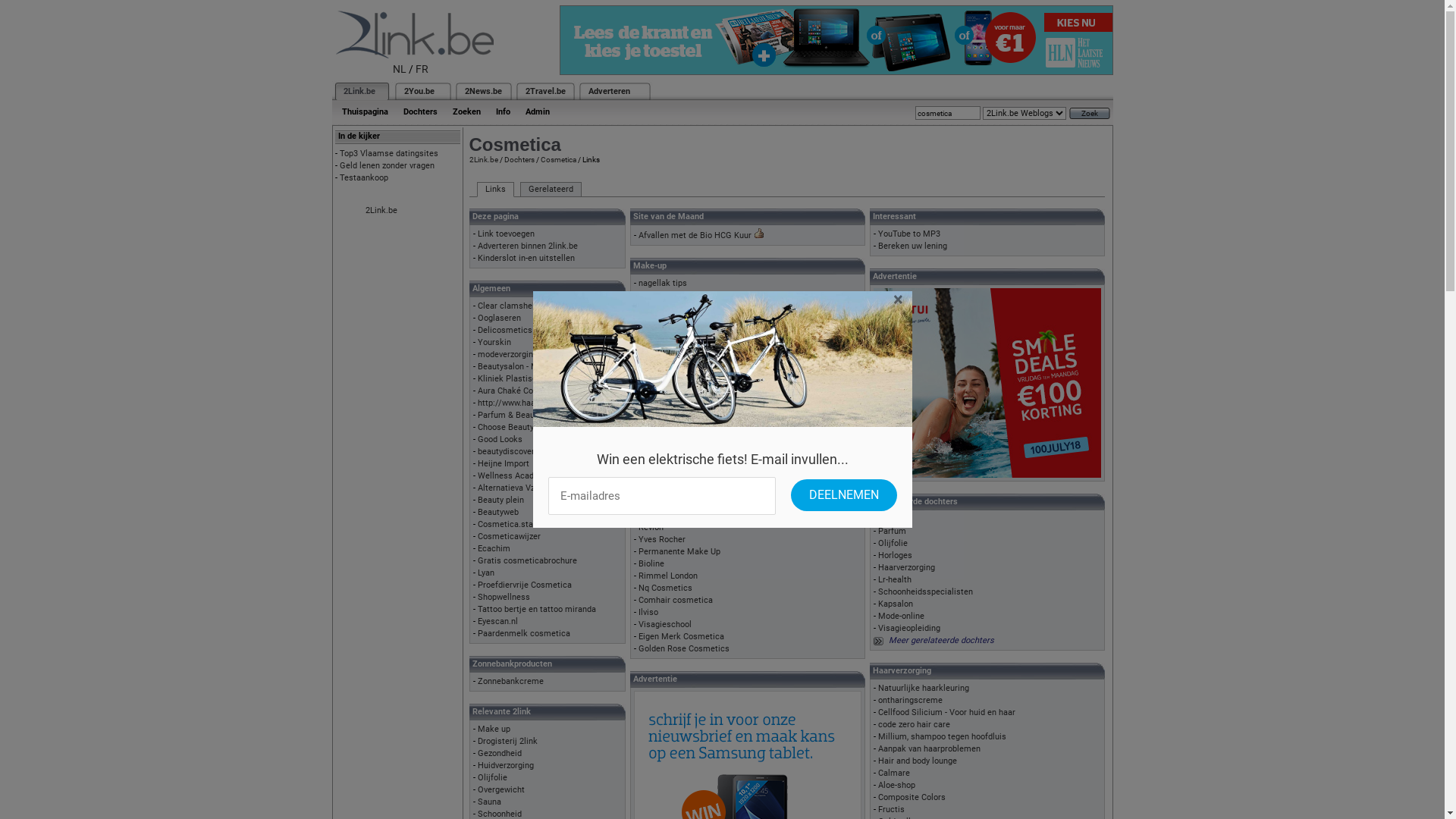  What do you see at coordinates (492, 777) in the screenshot?
I see `'Olijfolie'` at bounding box center [492, 777].